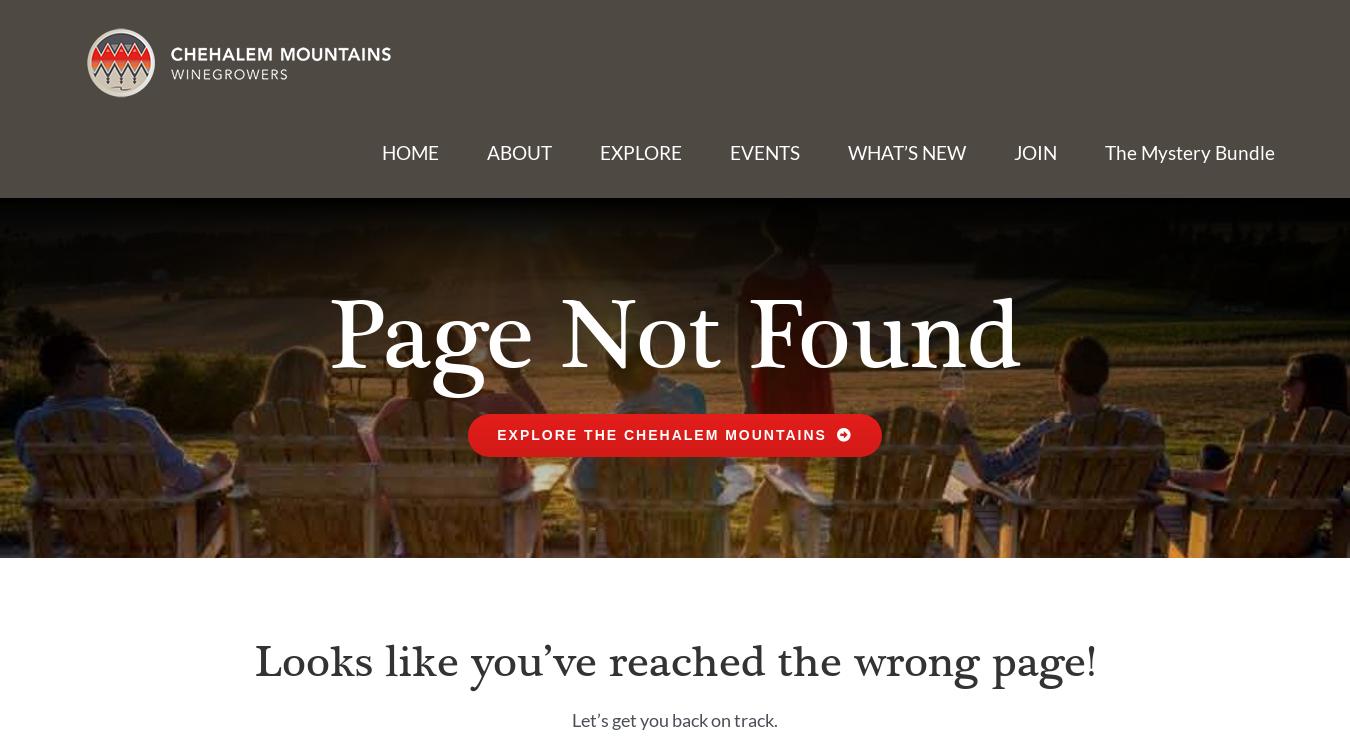 The width and height of the screenshot is (1350, 745). What do you see at coordinates (675, 334) in the screenshot?
I see `'Page Not Found'` at bounding box center [675, 334].